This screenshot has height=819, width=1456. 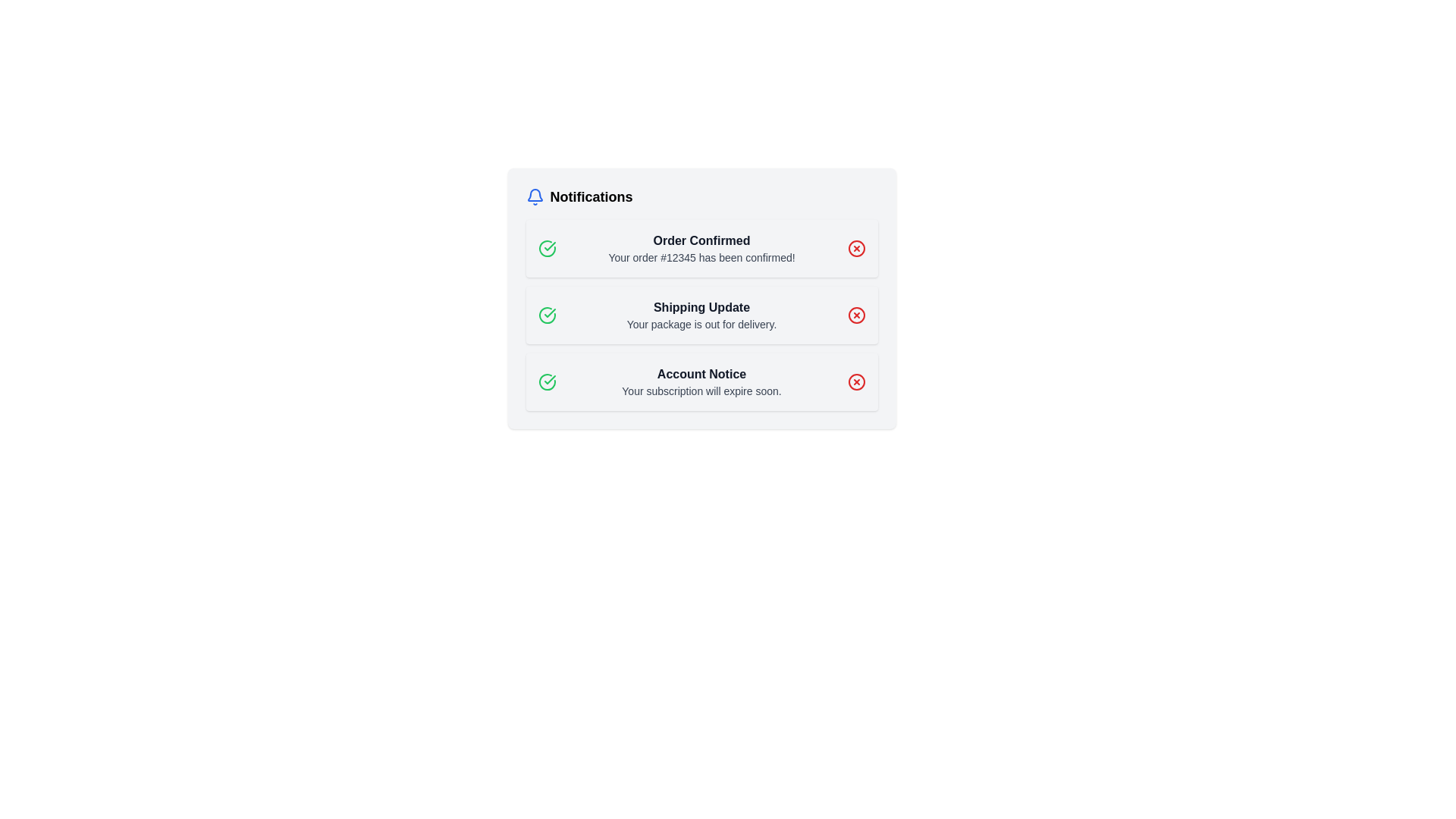 What do you see at coordinates (535, 194) in the screenshot?
I see `the decorative vector graphic that is part of the bell icon in the top-left area of the notification panel` at bounding box center [535, 194].